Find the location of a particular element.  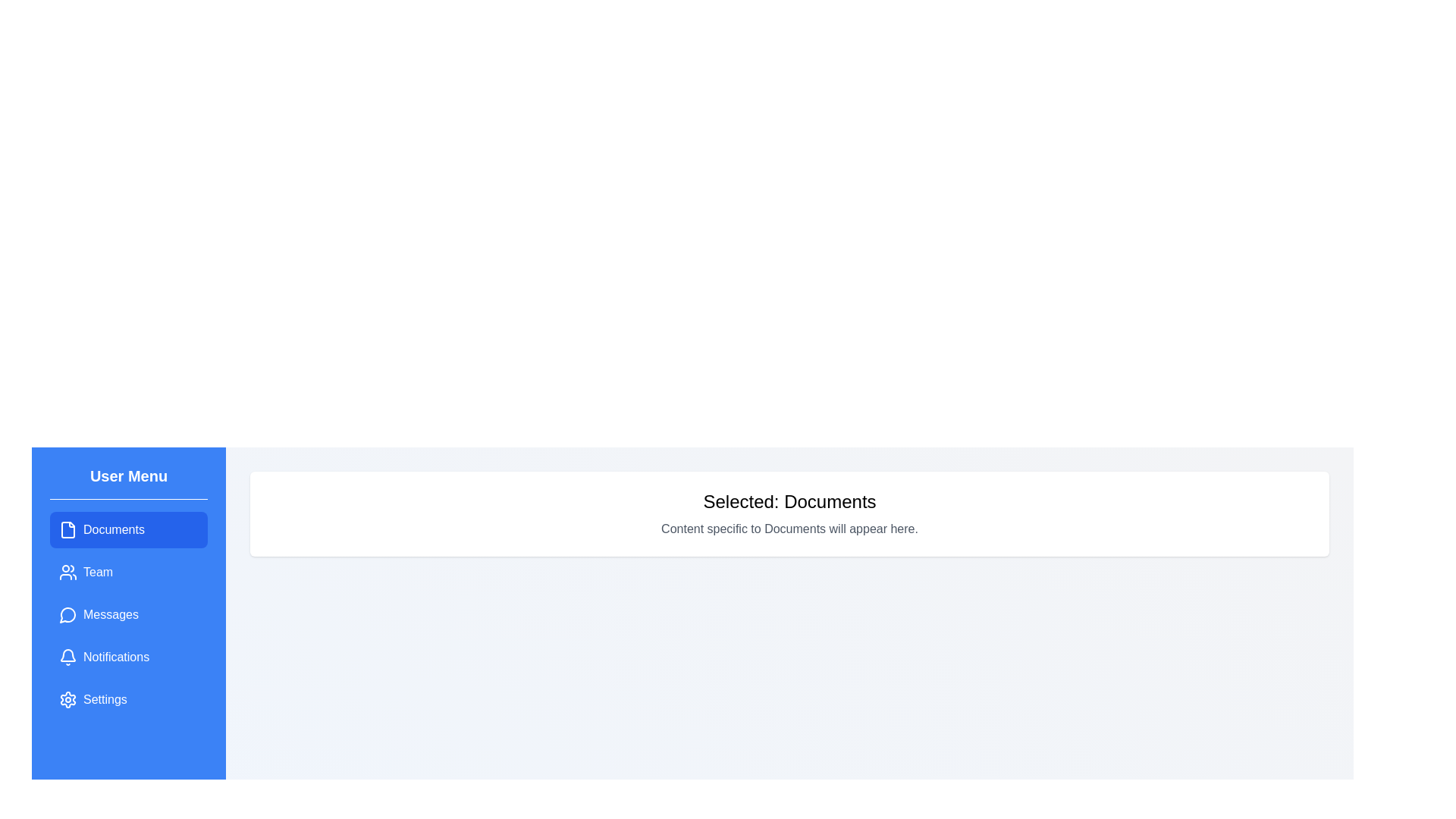

the menu item labeled 'Settings' to observe its hover effect is located at coordinates (128, 699).